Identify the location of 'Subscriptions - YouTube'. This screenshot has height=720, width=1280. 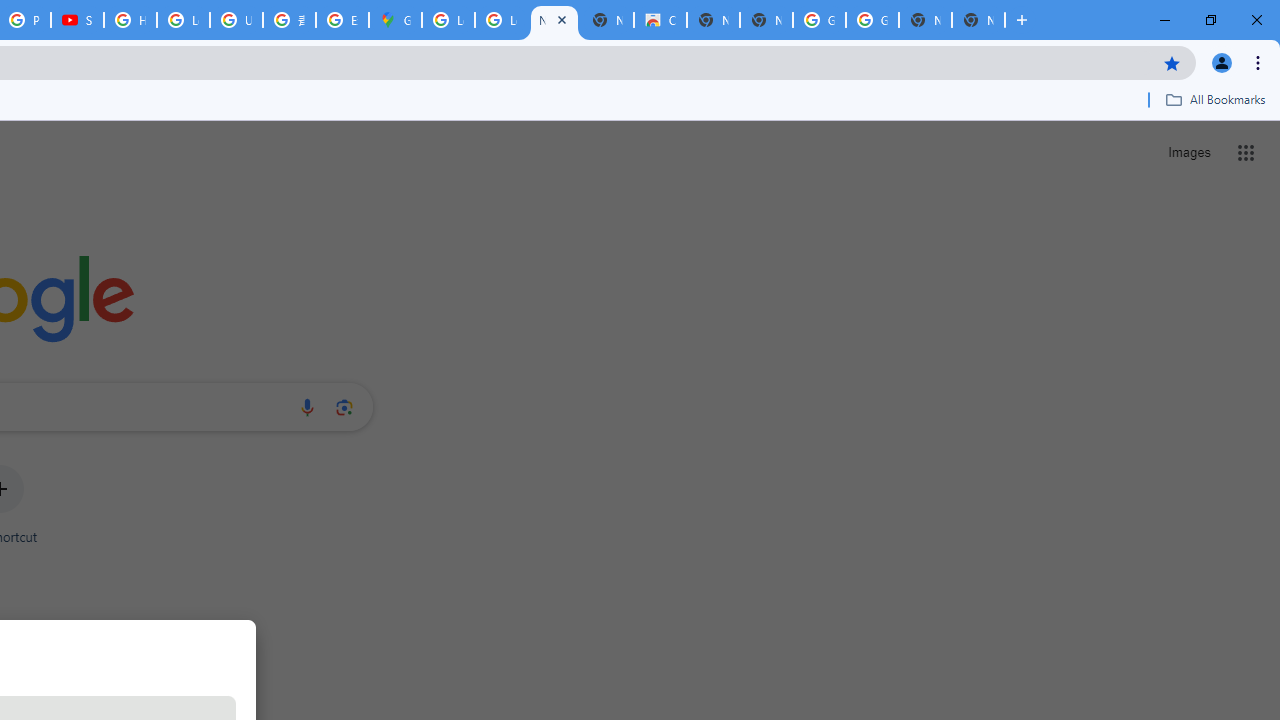
(77, 20).